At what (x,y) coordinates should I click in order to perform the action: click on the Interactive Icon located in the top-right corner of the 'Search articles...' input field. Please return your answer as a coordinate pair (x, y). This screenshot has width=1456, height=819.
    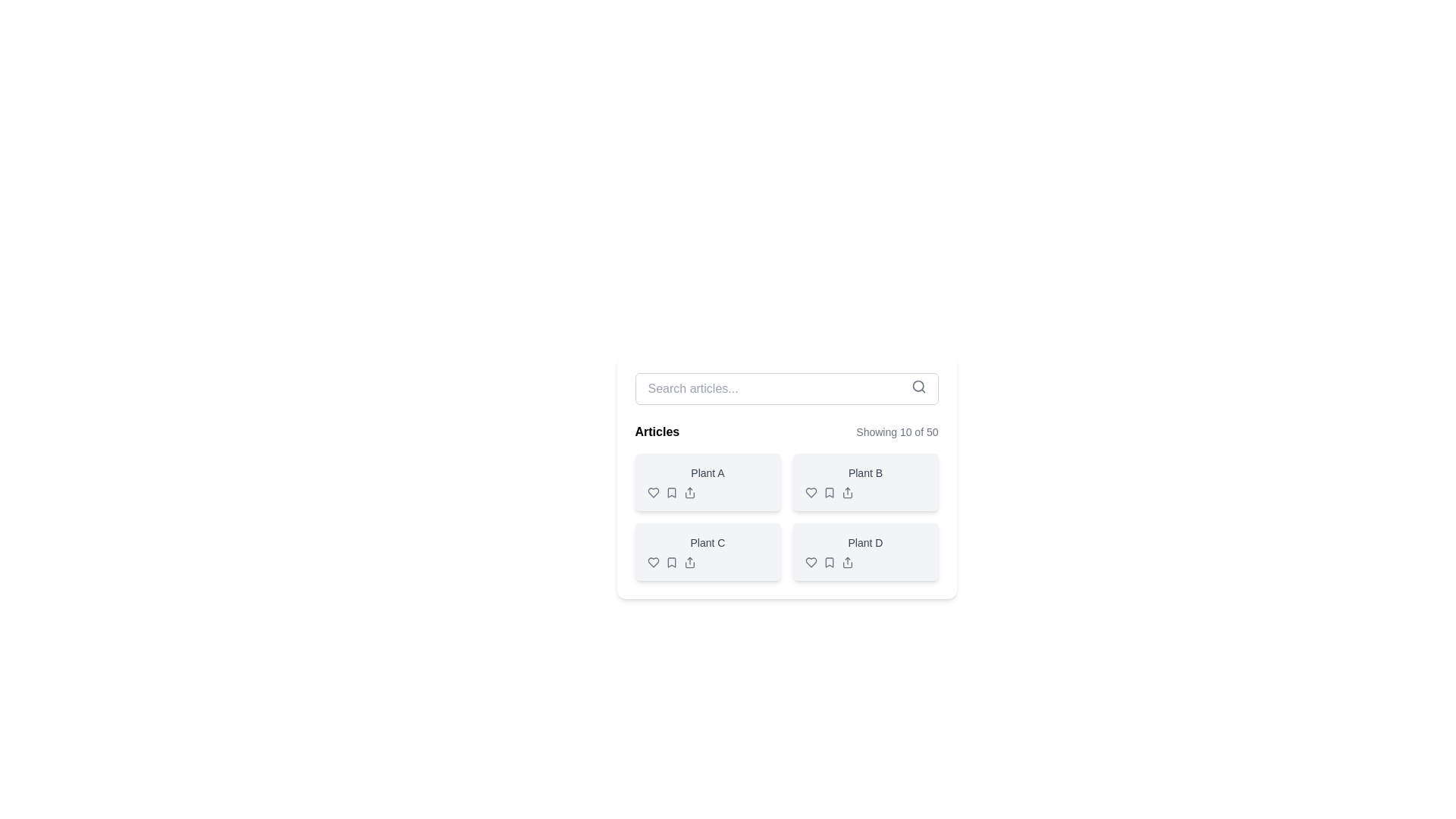
    Looking at the image, I should click on (918, 385).